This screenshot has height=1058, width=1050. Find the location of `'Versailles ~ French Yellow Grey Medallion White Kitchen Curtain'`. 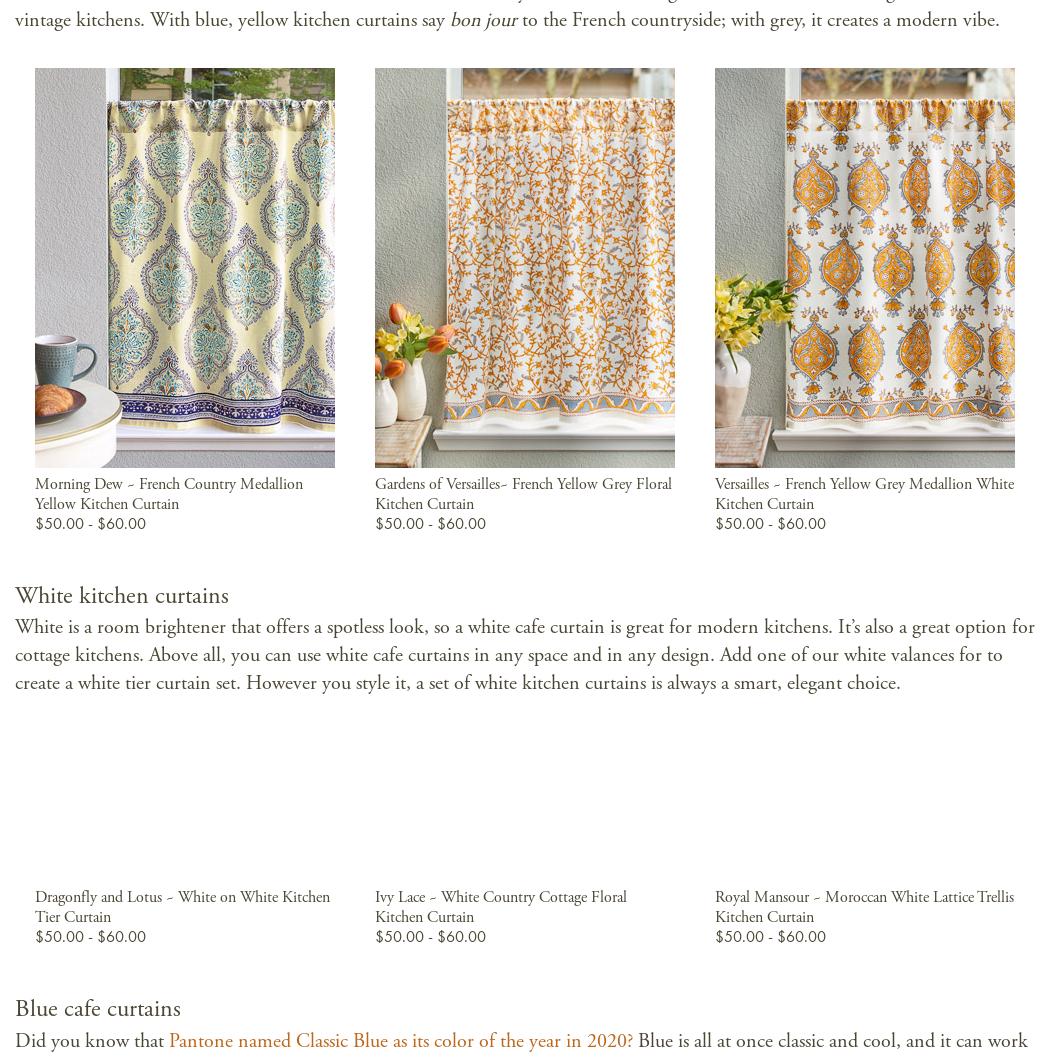

'Versailles ~ French Yellow Grey Medallion White Kitchen Curtain' is located at coordinates (713, 492).